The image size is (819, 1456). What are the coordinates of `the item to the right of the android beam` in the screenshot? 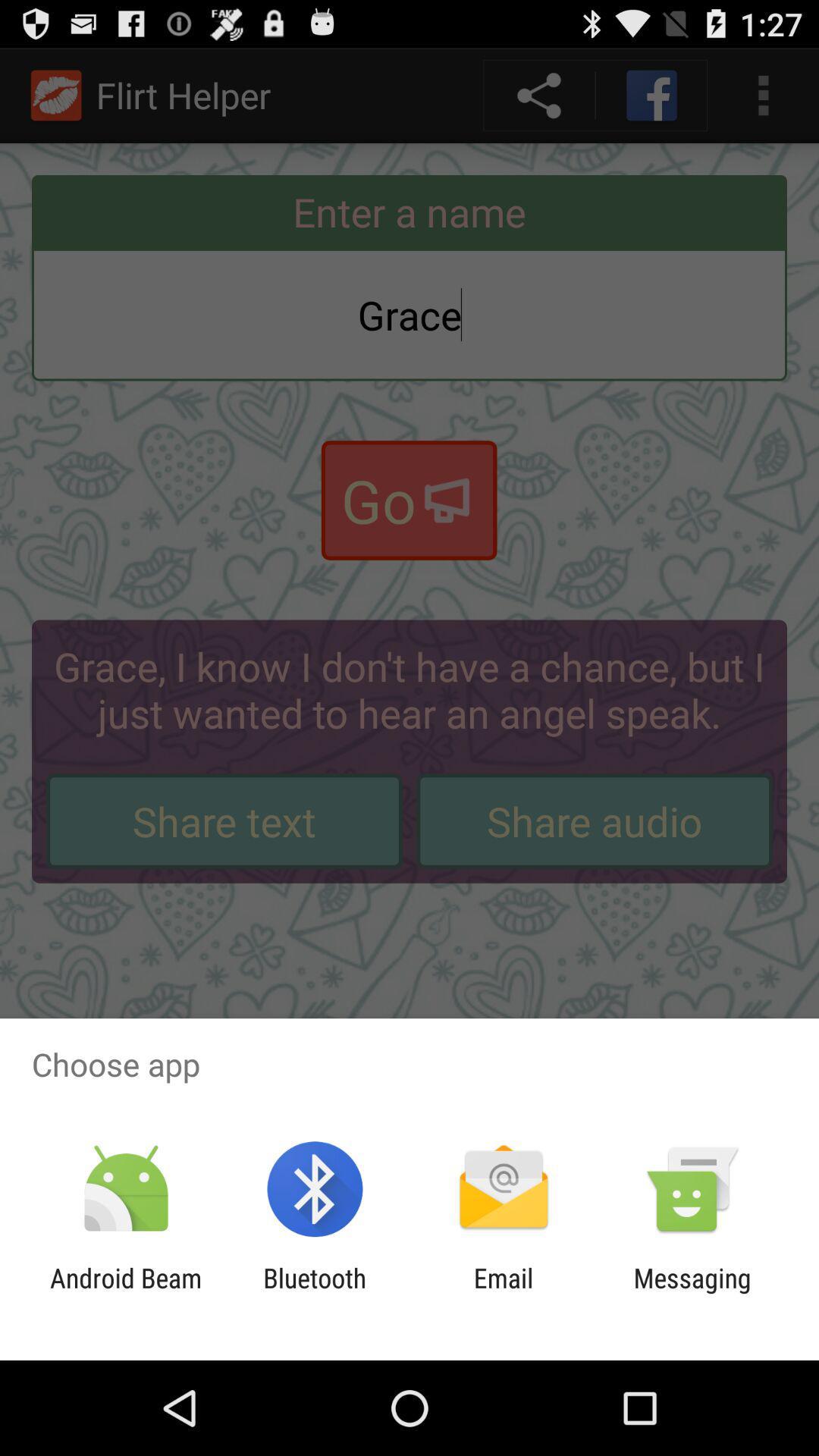 It's located at (314, 1293).